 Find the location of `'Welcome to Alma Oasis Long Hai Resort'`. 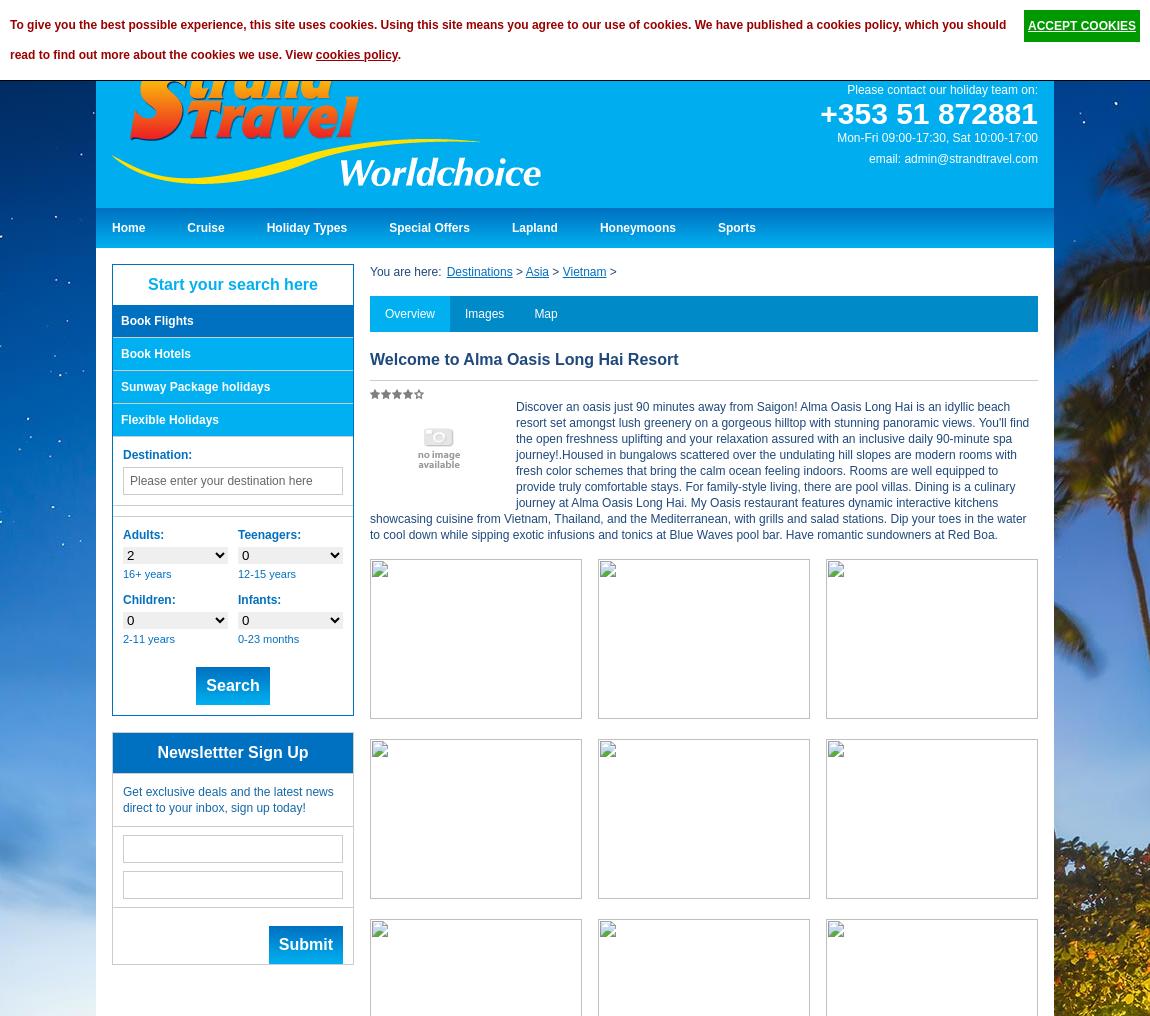

'Welcome to Alma Oasis Long Hai Resort' is located at coordinates (524, 359).